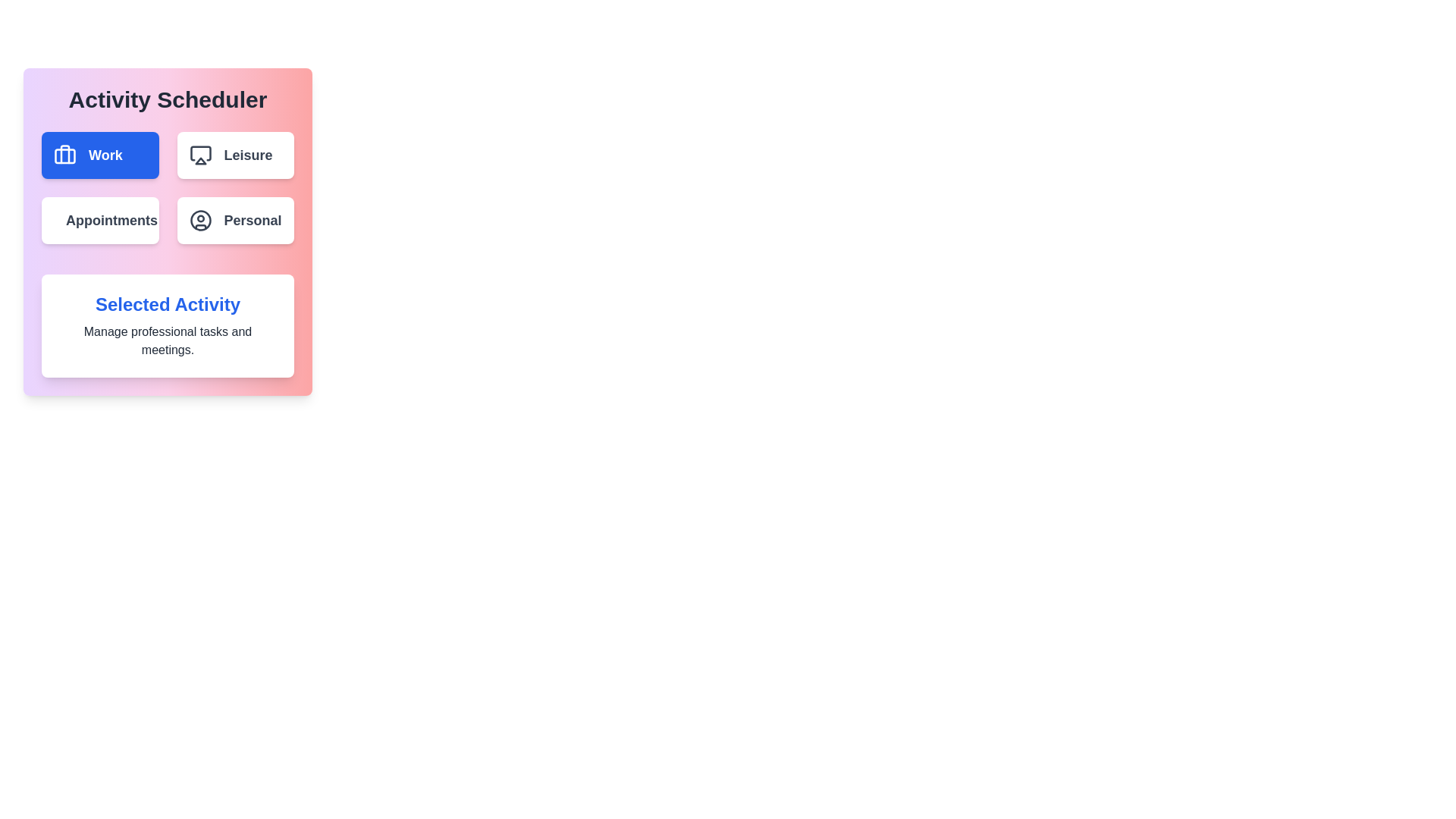 The image size is (1456, 819). What do you see at coordinates (99, 155) in the screenshot?
I see `the 'Work' button with a blue background and a briefcase icon in the 'Activity Scheduler' layout` at bounding box center [99, 155].